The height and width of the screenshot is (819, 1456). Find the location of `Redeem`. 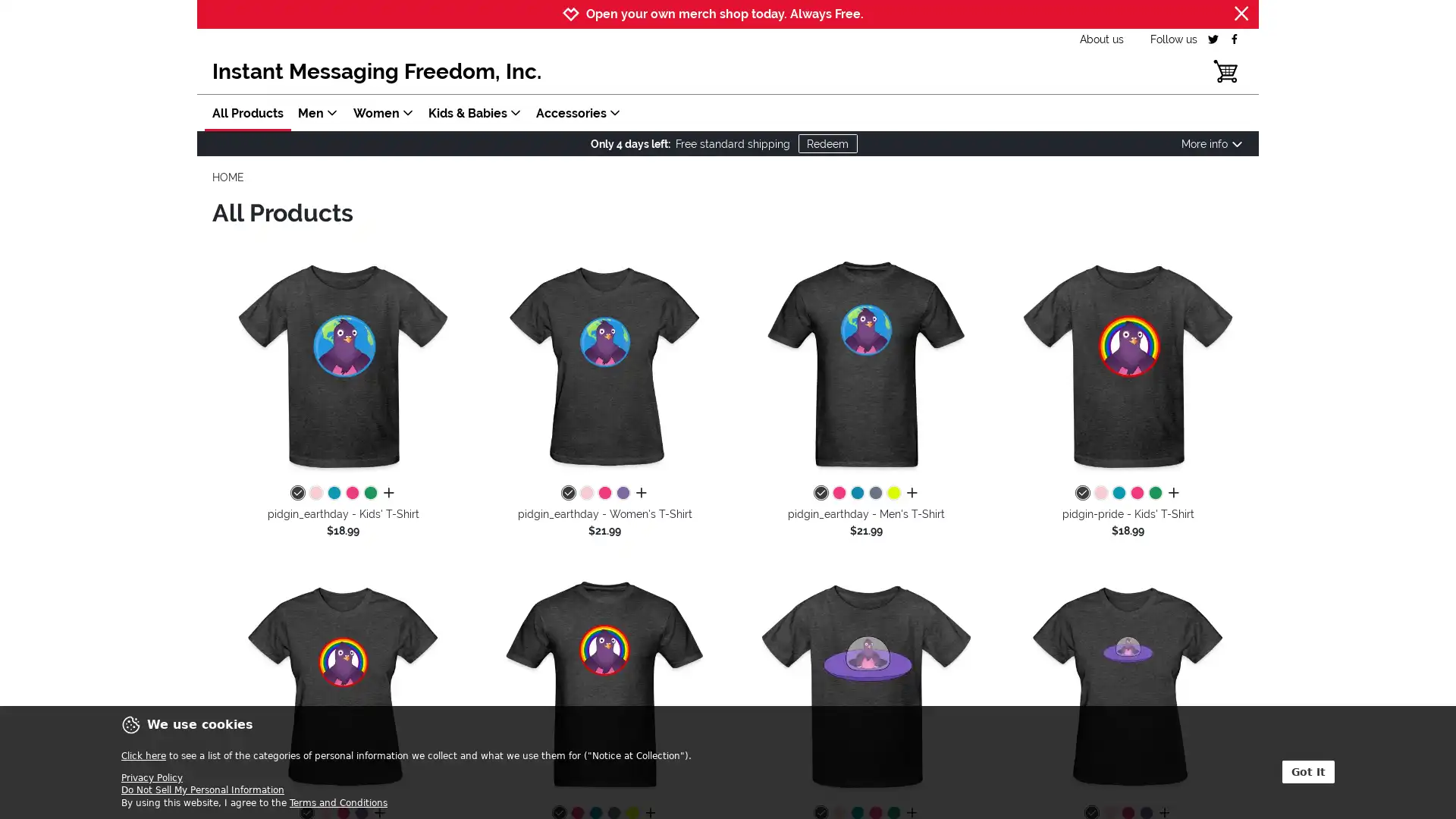

Redeem is located at coordinates (826, 143).